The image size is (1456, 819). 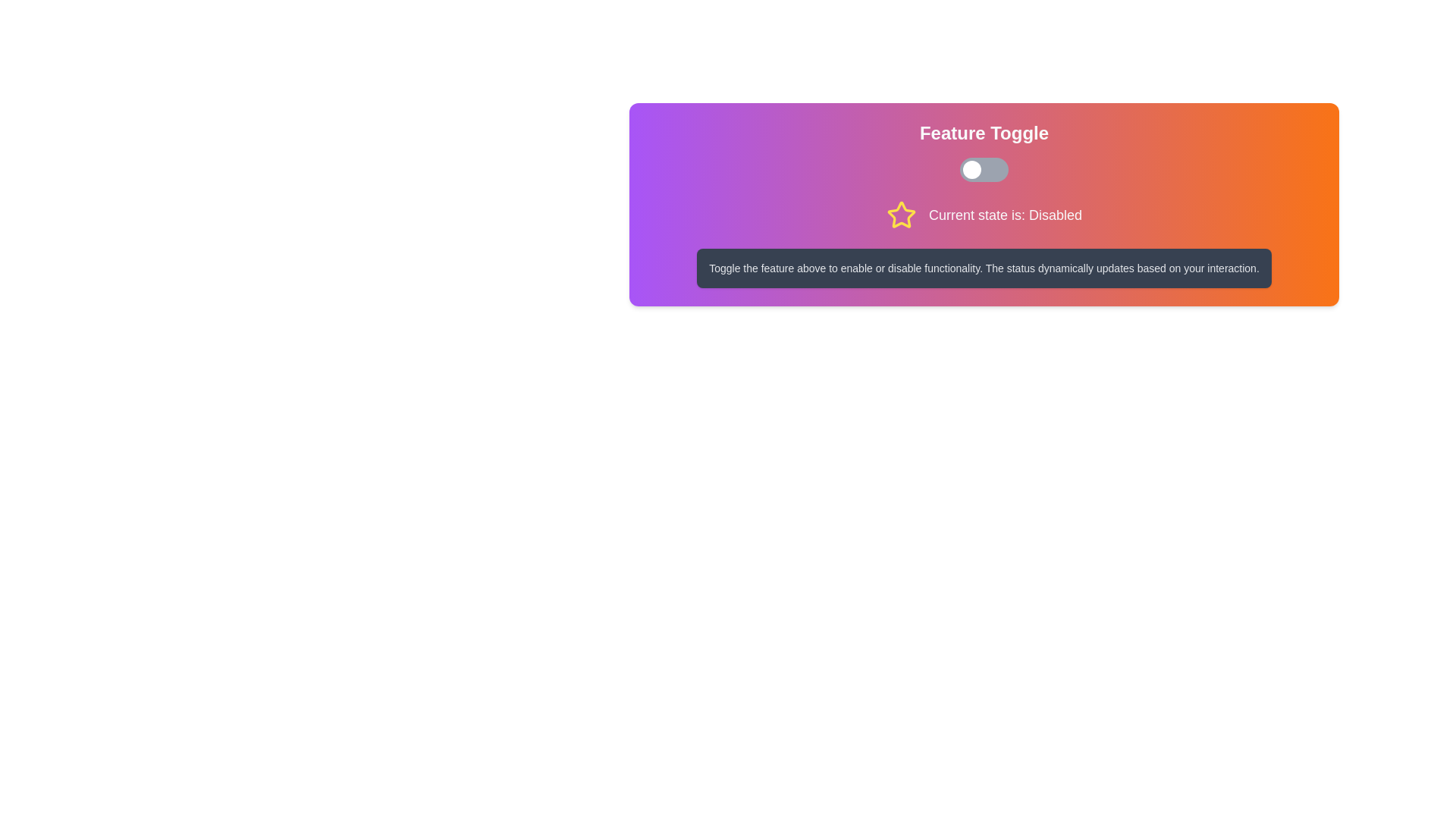 I want to click on the circular toggle button, which is part of a horizontal toggle switch located under the 'Feature Toggle' label, so click(x=971, y=169).